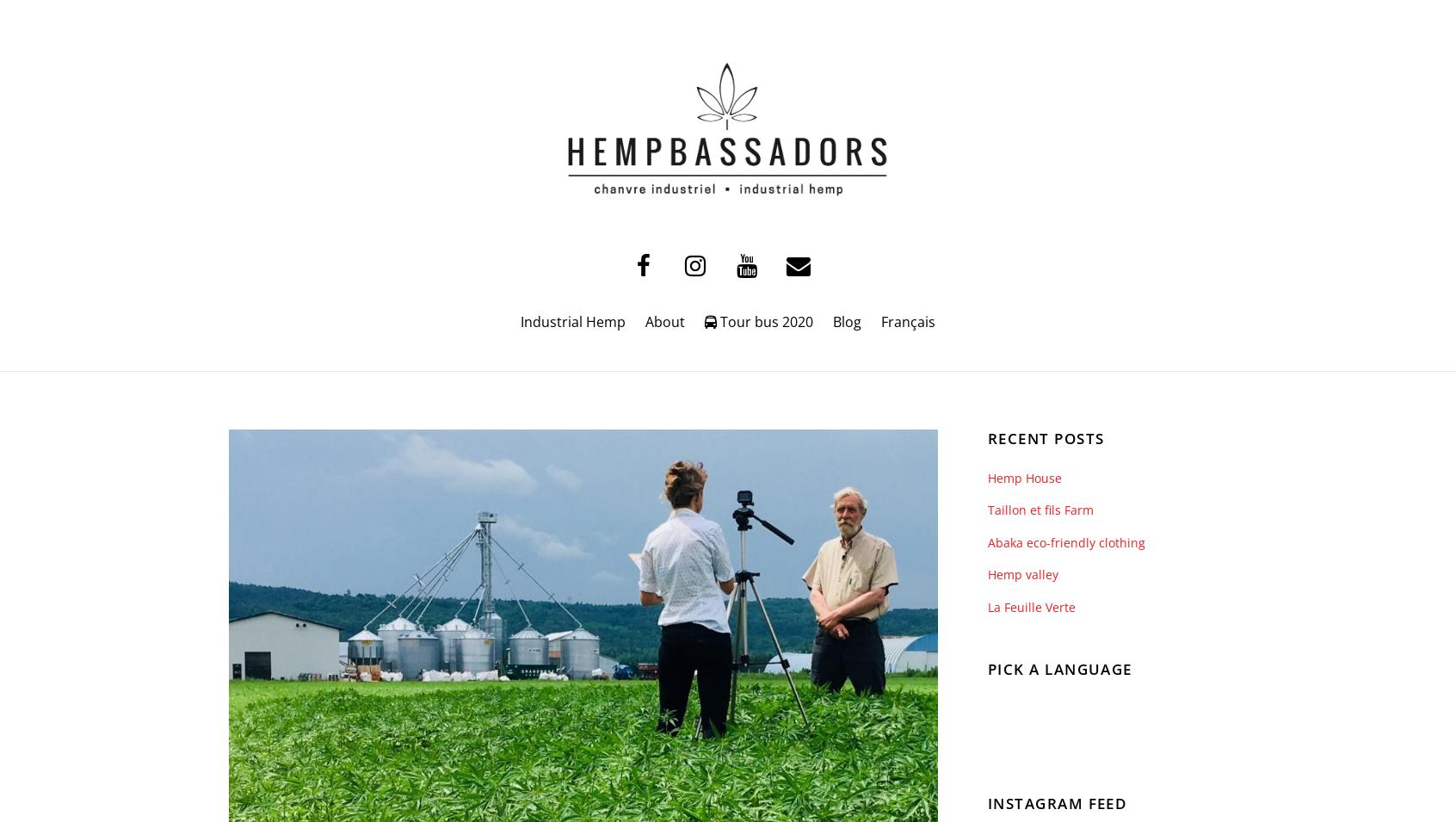 The height and width of the screenshot is (822, 1456). Describe the element at coordinates (1057, 803) in the screenshot. I see `'Instagram Feed'` at that location.